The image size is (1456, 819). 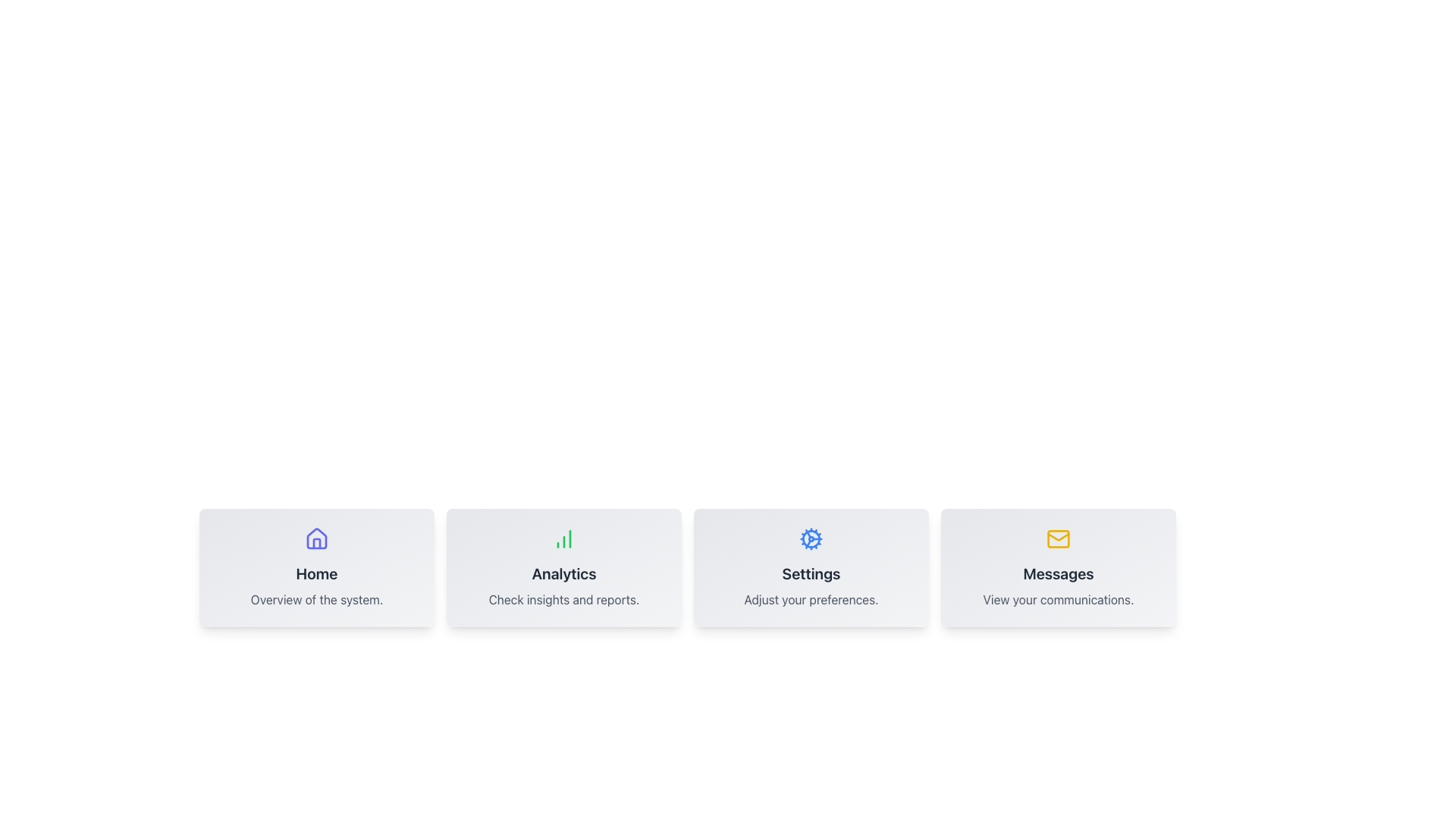 I want to click on the settings icon located in the upper part of the third card from the left under the 'Settings' label, so click(x=811, y=538).